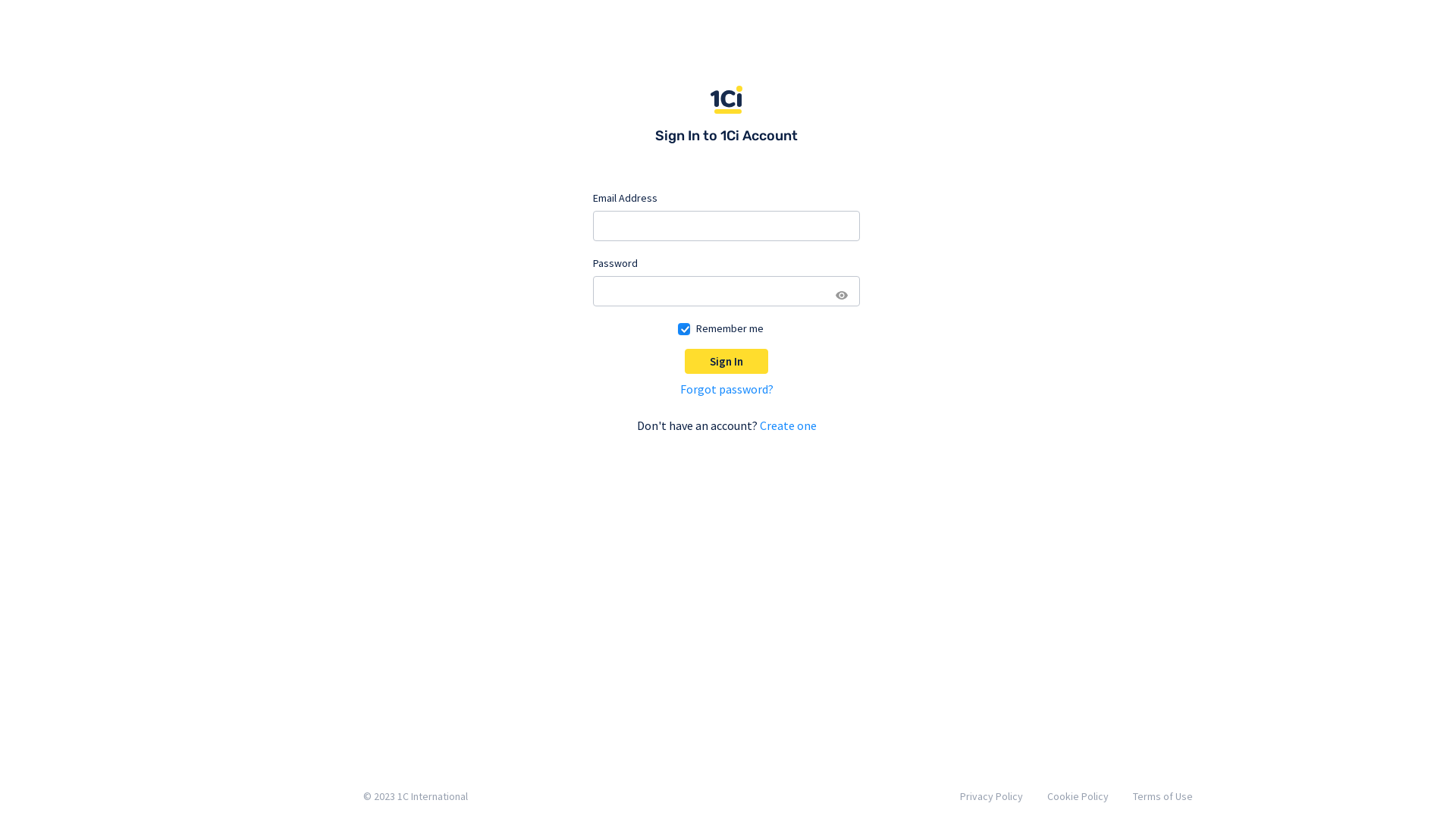 This screenshot has height=819, width=1456. I want to click on 'Sign In', so click(726, 361).